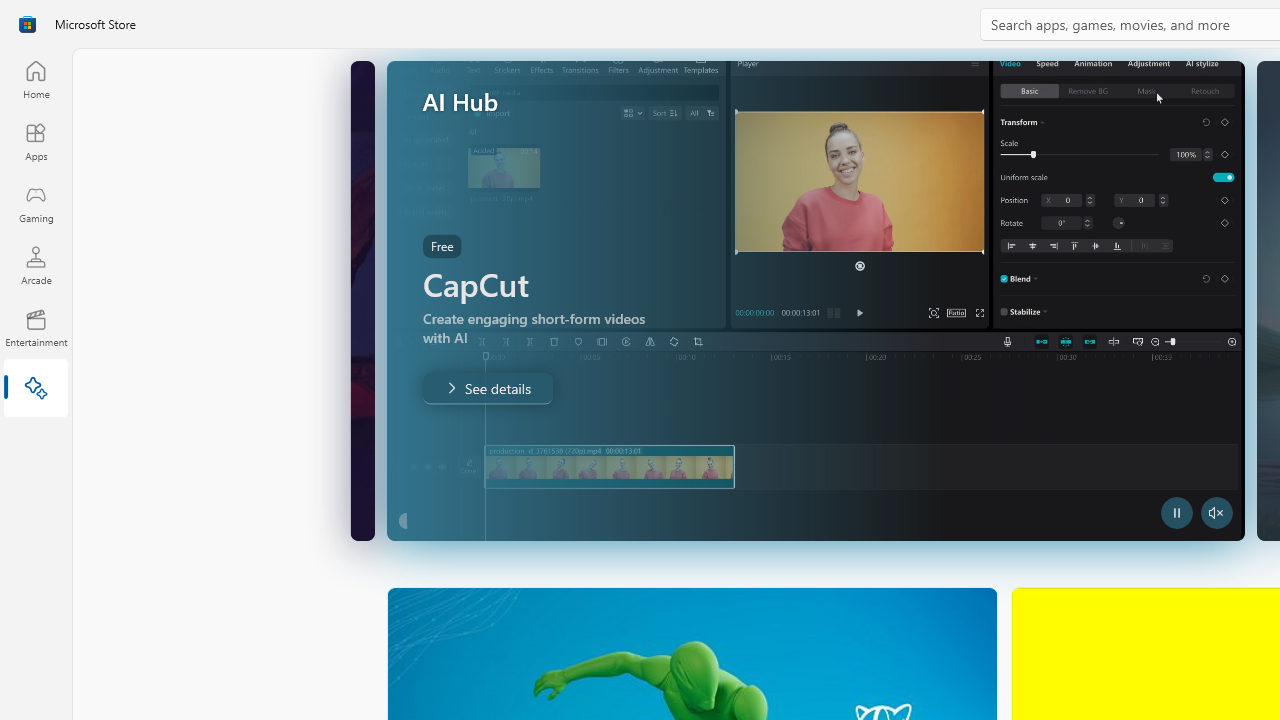 Image resolution: width=1280 pixels, height=720 pixels. Describe the element at coordinates (27, 24) in the screenshot. I see `'Class: Image'` at that location.